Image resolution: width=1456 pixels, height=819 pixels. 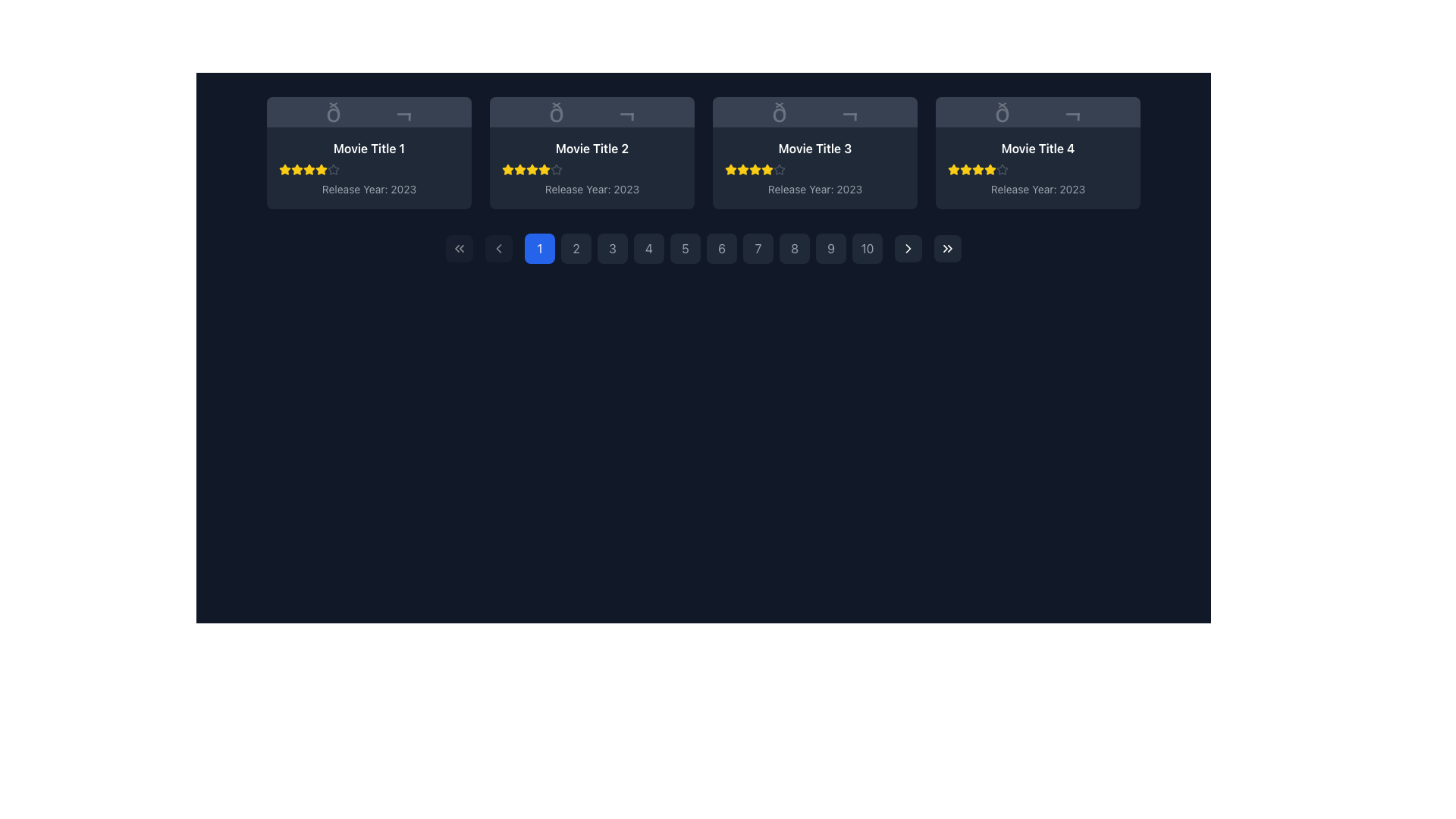 What do you see at coordinates (508, 169) in the screenshot?
I see `the star icon for 'Movie Title 2', which is the third star` at bounding box center [508, 169].